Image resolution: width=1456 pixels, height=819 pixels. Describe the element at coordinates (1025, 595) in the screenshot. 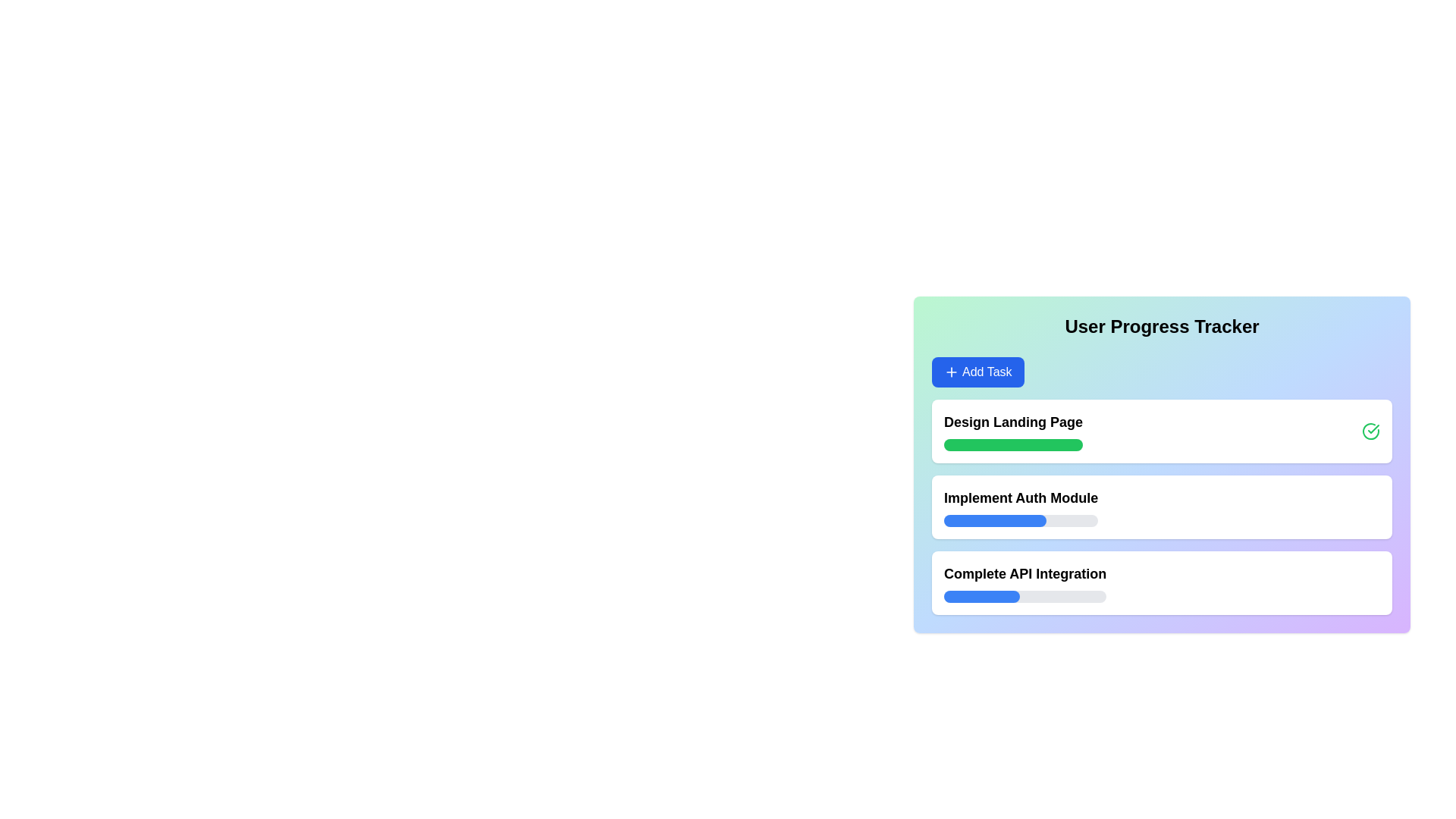

I see `the horizontal progress bar located under the 'Complete API Integration' text` at that location.